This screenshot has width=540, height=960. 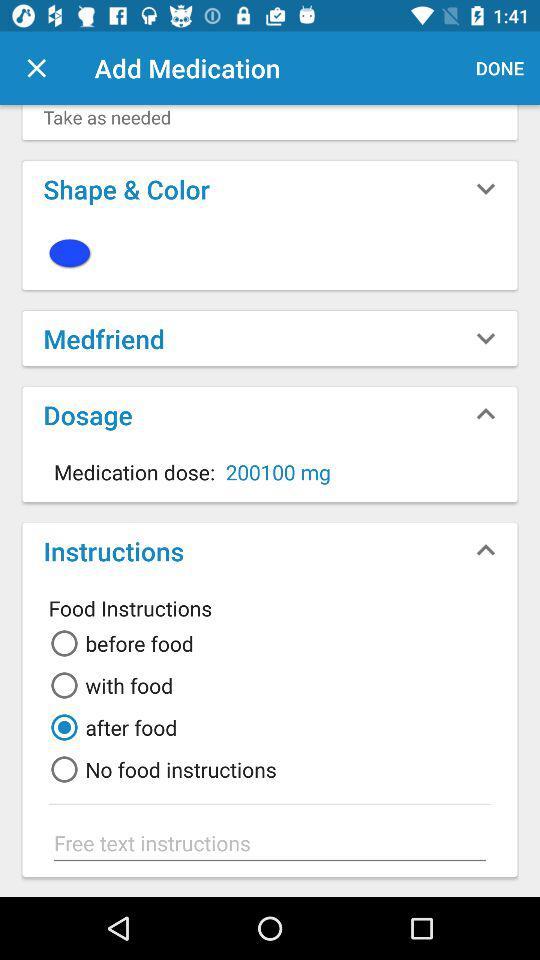 What do you see at coordinates (108, 685) in the screenshot?
I see `with food icon` at bounding box center [108, 685].